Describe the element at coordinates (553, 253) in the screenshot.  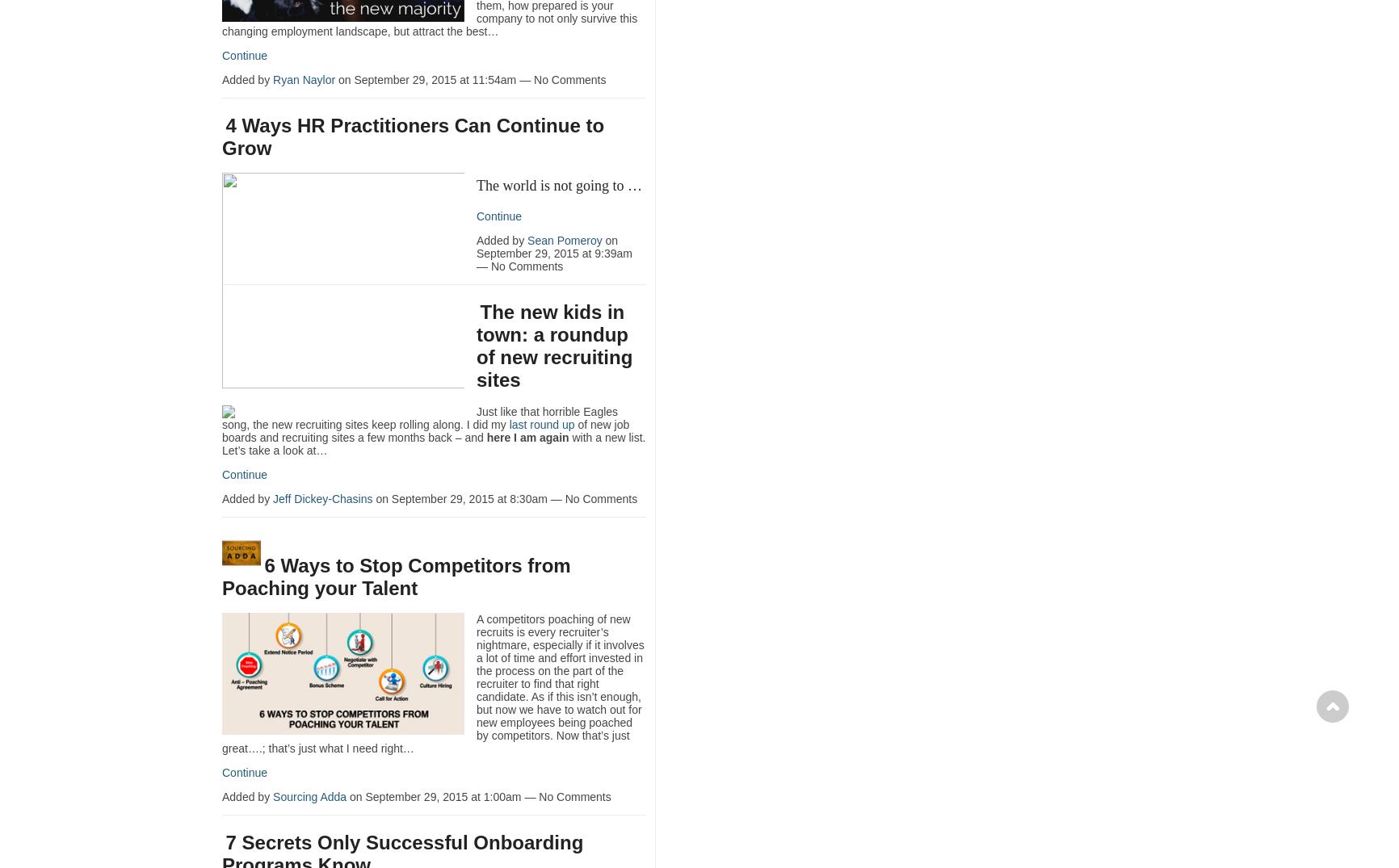
I see `'on September 29, 2015 at 9:39am                            —
                                                            No Comments'` at that location.